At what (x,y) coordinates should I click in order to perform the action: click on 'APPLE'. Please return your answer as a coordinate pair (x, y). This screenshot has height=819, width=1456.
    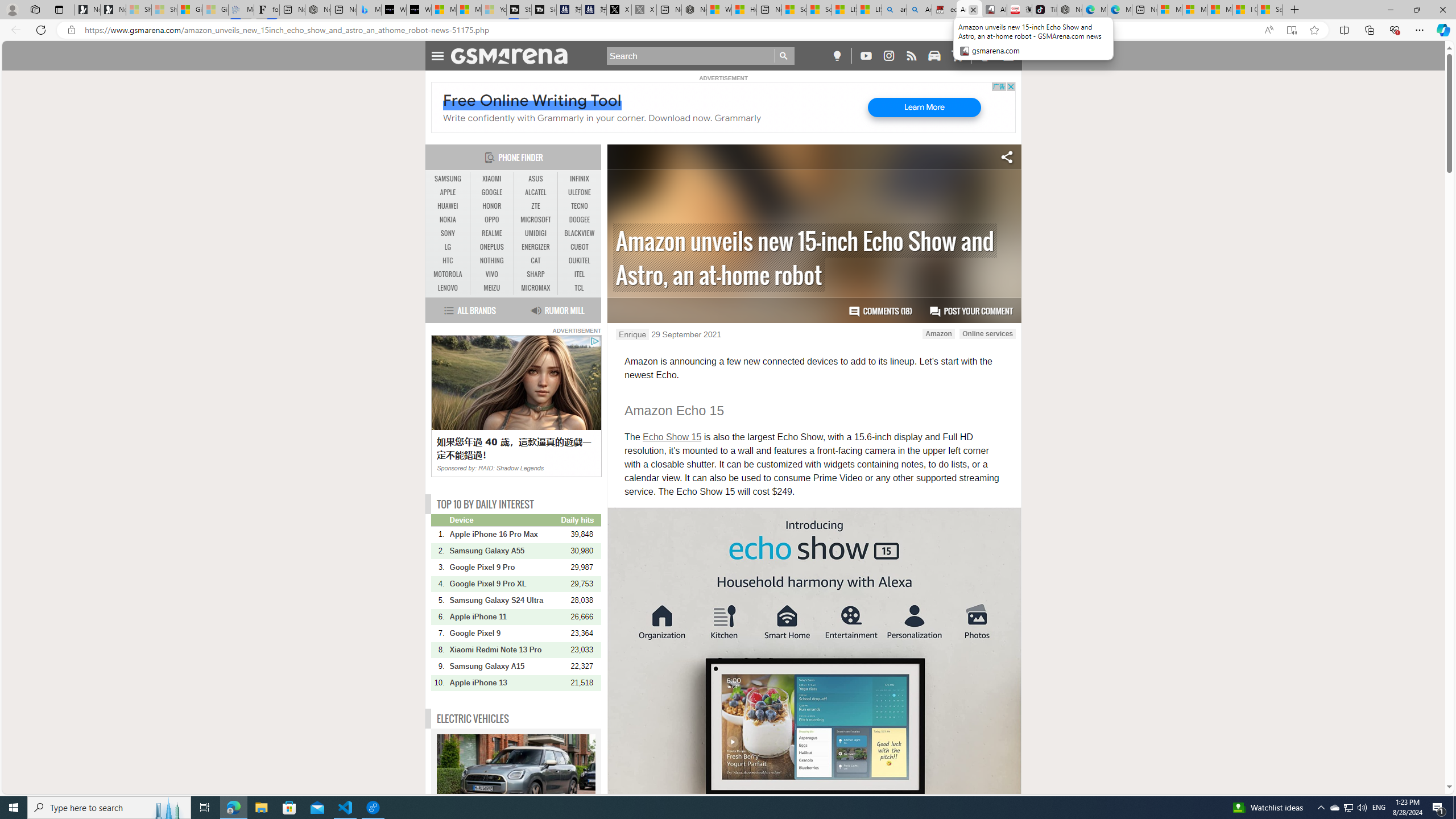
    Looking at the image, I should click on (448, 192).